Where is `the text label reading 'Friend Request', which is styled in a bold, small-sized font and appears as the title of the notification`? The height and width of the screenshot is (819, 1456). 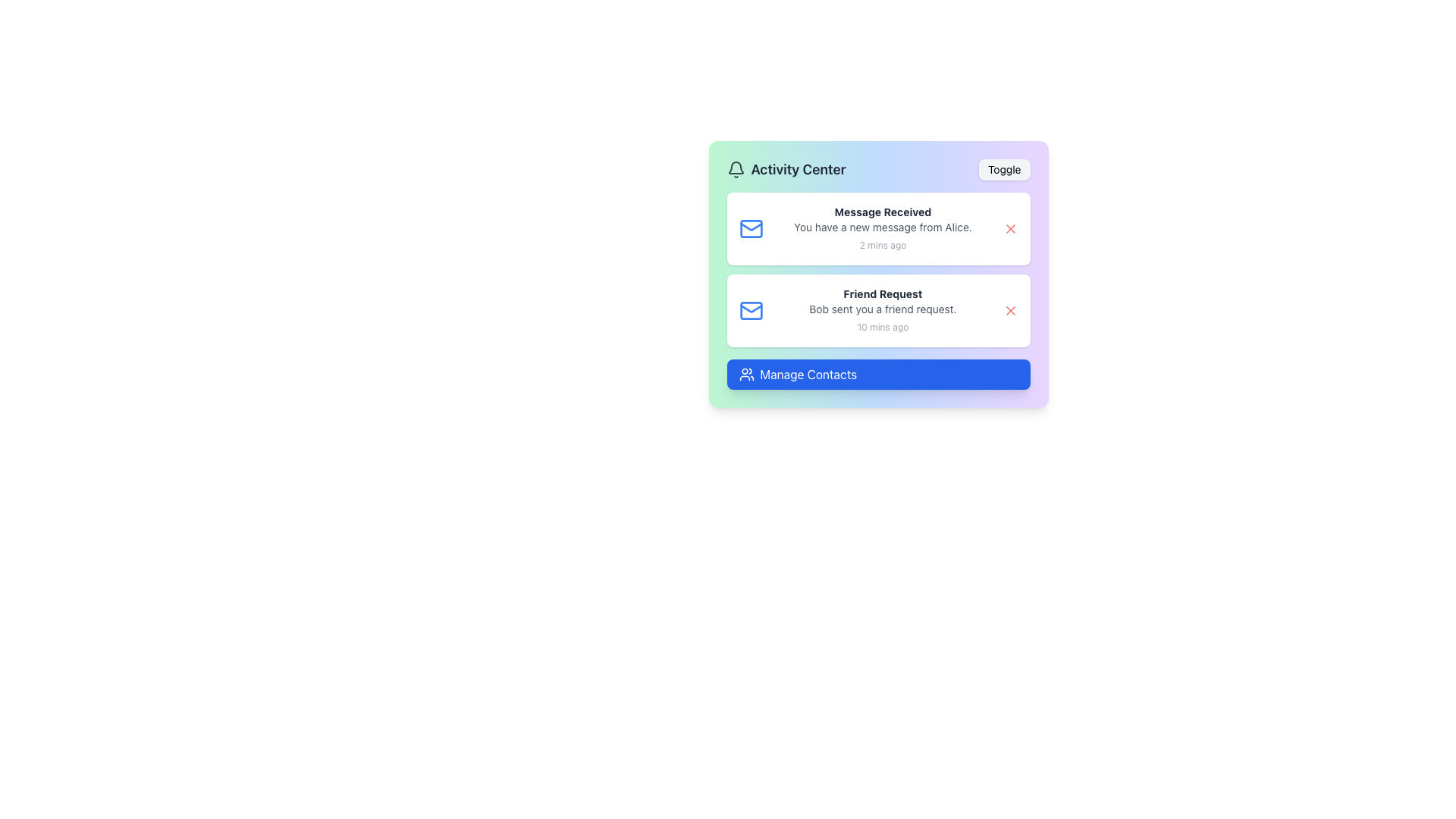 the text label reading 'Friend Request', which is styled in a bold, small-sized font and appears as the title of the notification is located at coordinates (883, 294).